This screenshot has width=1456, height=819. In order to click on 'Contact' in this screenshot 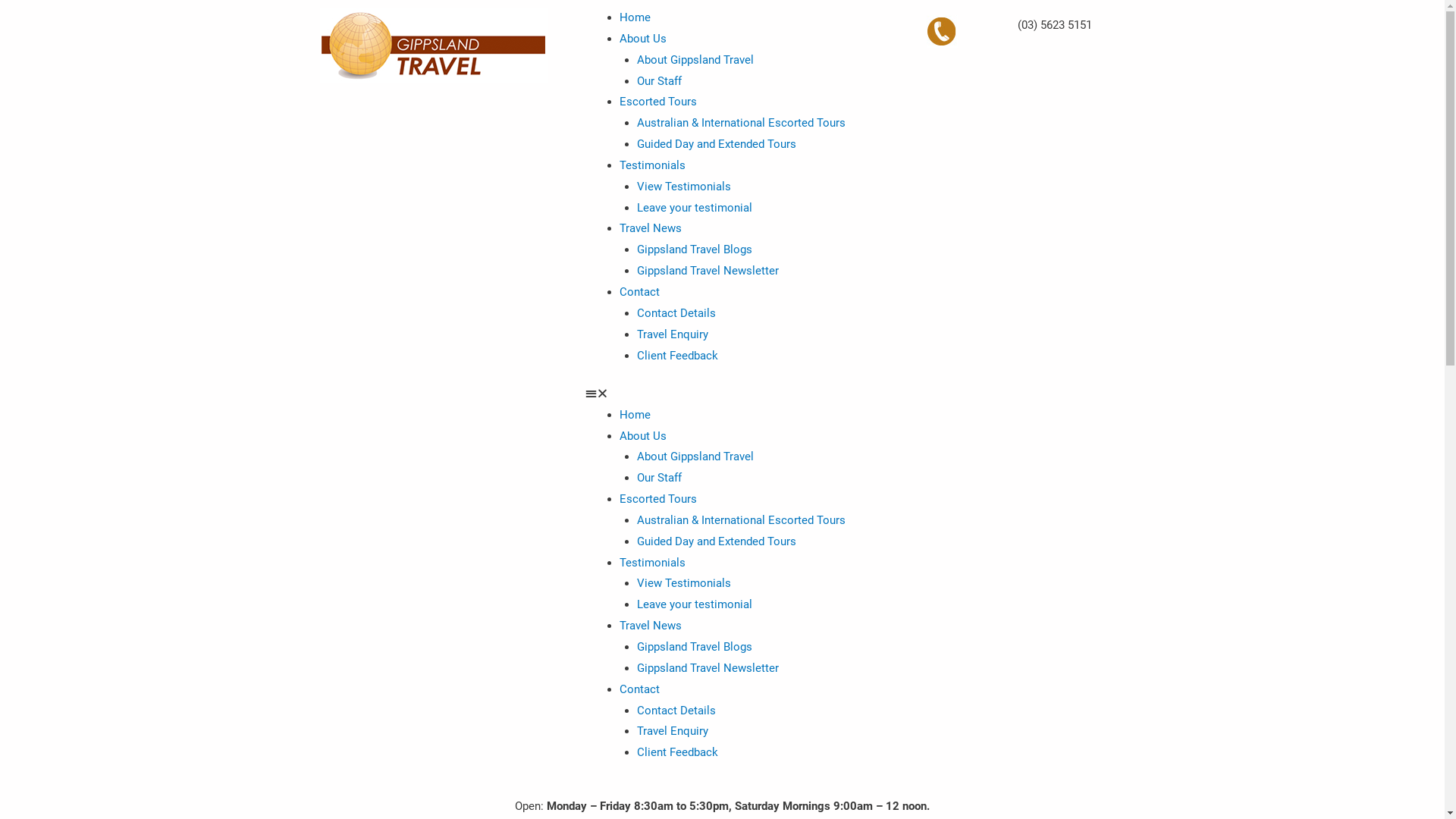, I will do `click(639, 292)`.